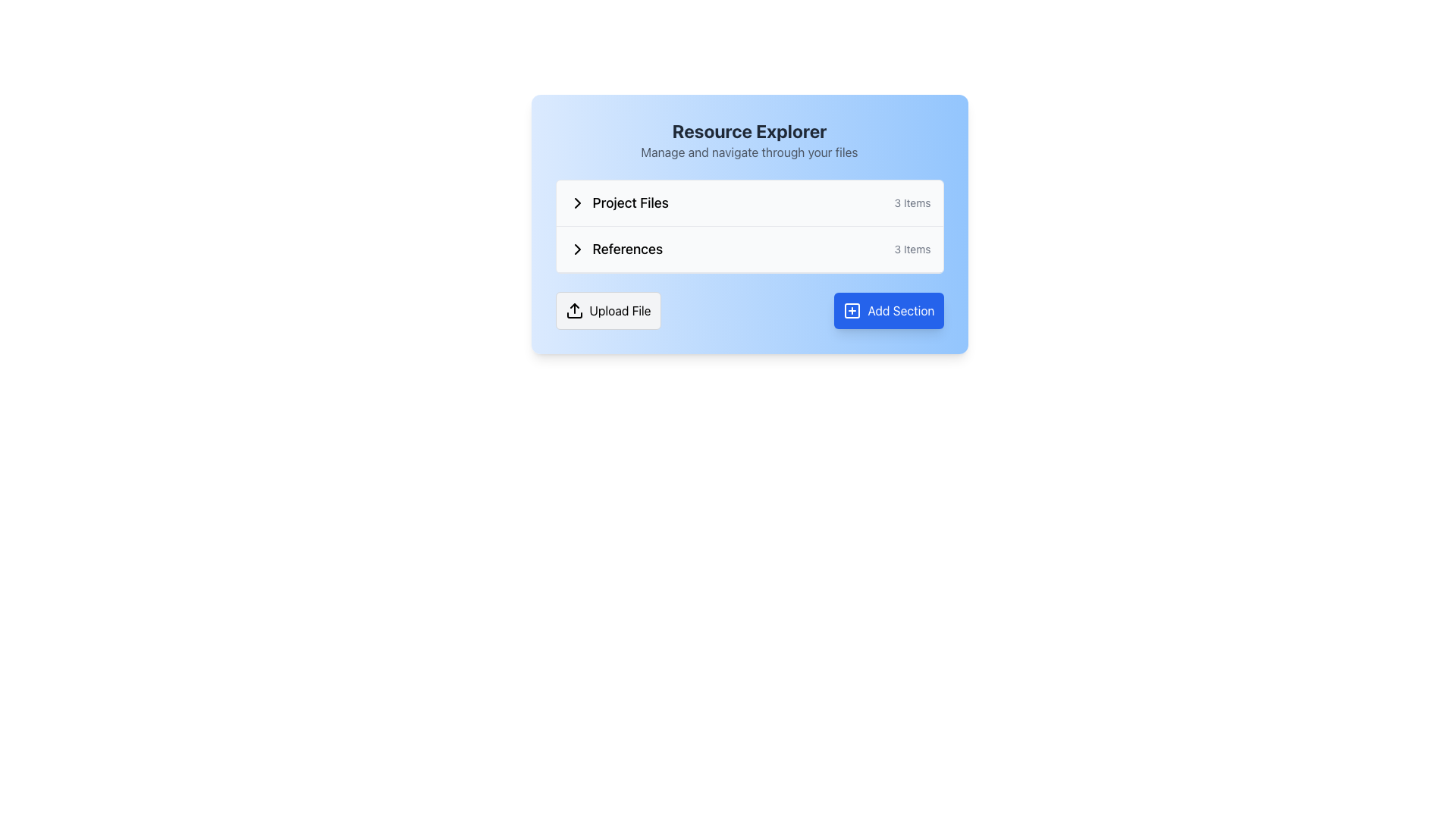  I want to click on the text label displaying '3 Items' in small gray font, part of the 'Project Files' row on the right side, so click(912, 202).